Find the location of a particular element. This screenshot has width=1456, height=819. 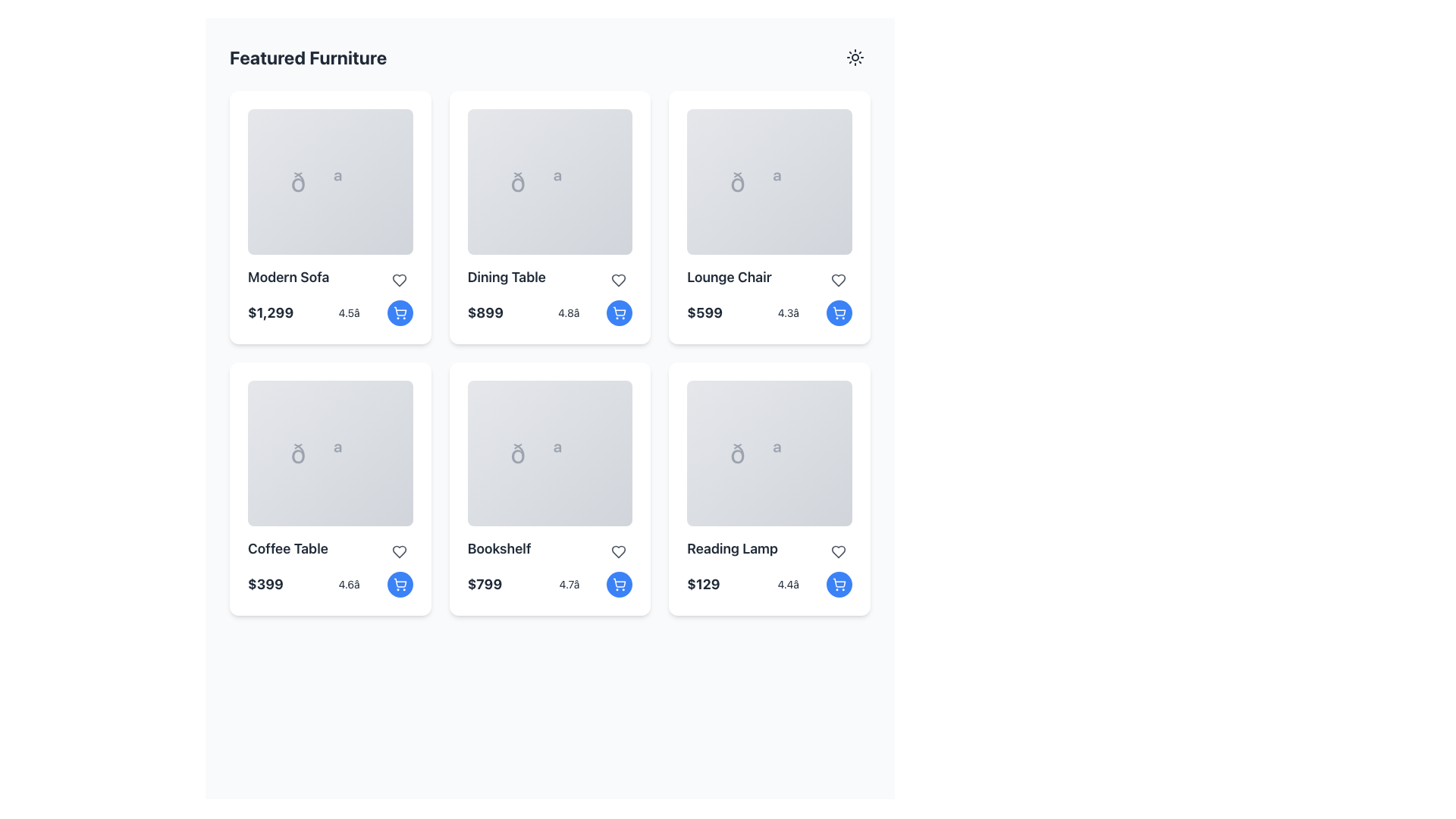

the heart-shaped IconButton filled with gray color located in the top-right corner of the 'Lounge Chair' product card is located at coordinates (837, 281).